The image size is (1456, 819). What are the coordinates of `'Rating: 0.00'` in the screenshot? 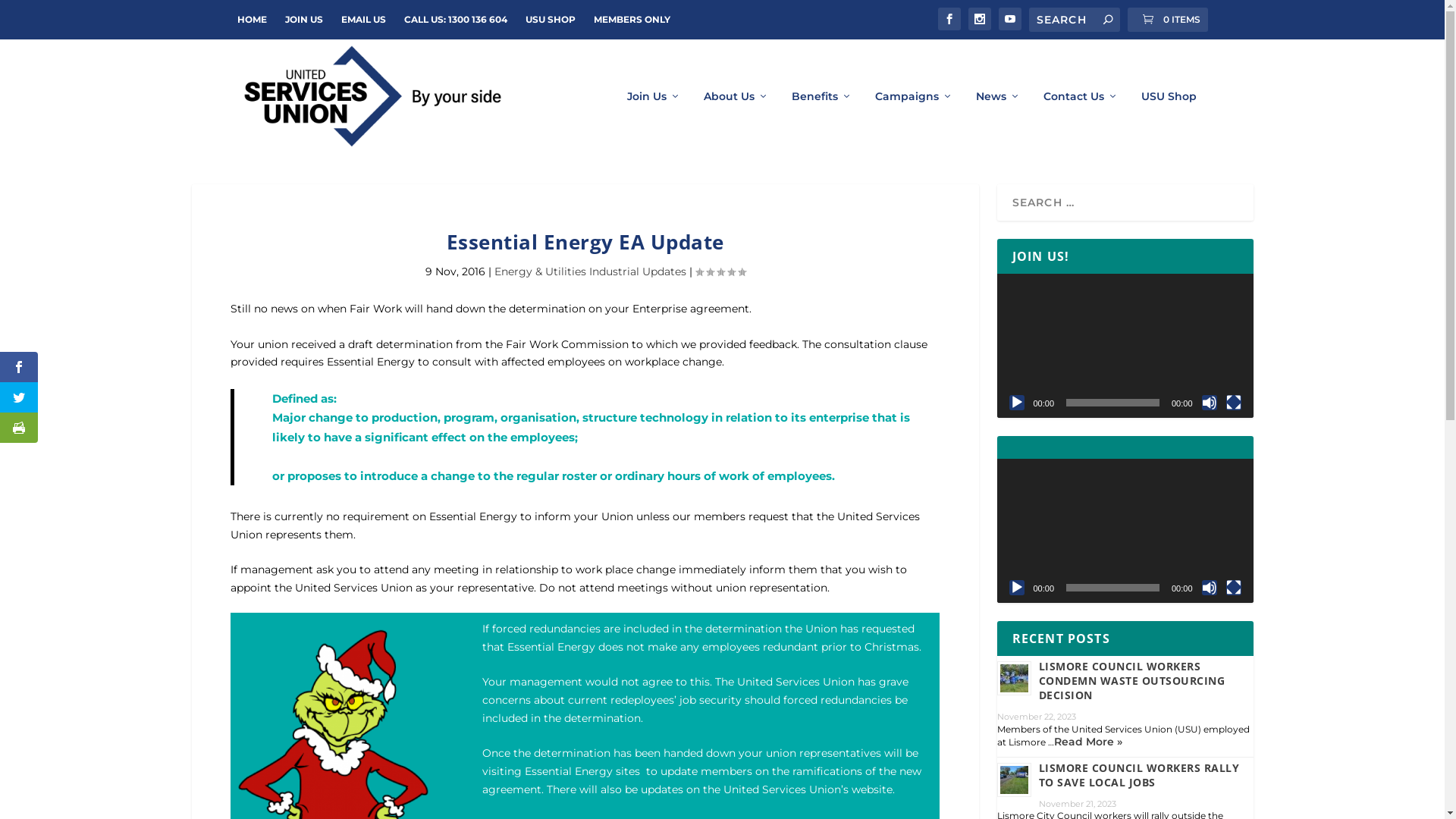 It's located at (719, 271).